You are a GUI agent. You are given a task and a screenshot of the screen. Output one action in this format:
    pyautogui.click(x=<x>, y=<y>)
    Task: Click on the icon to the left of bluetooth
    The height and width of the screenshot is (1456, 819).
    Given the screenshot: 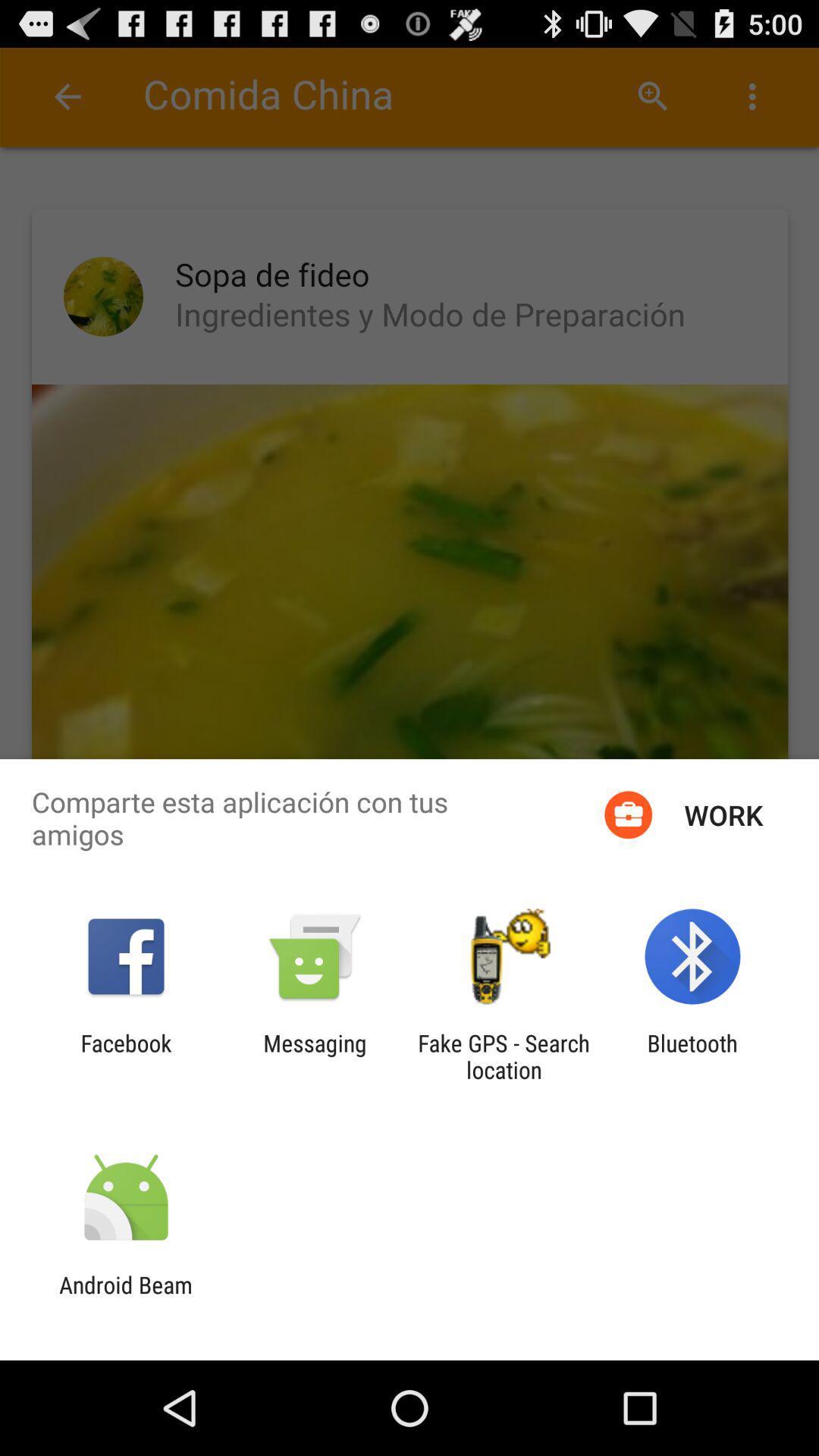 What is the action you would take?
    pyautogui.click(x=504, y=1056)
    